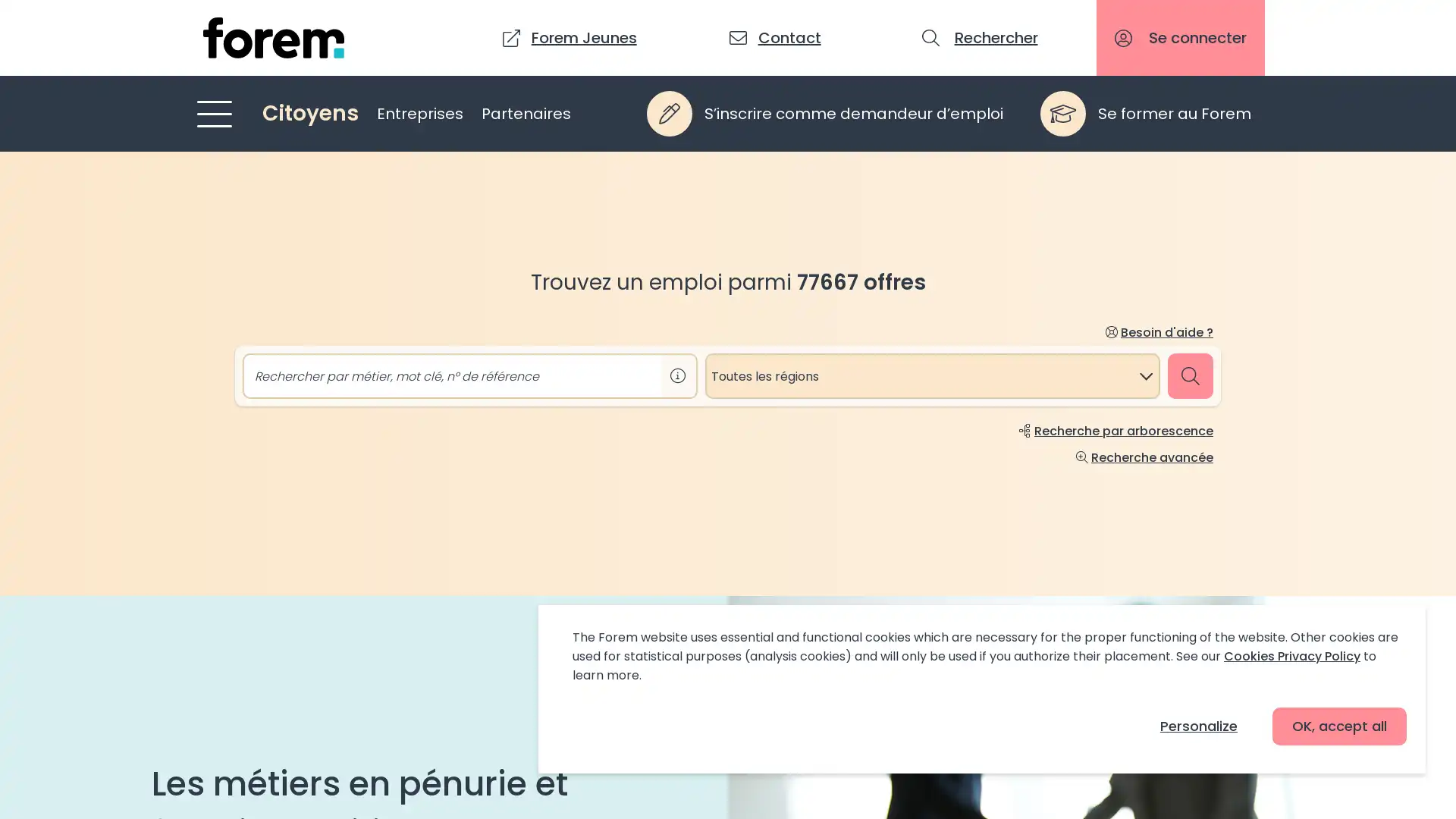  I want to click on Personalize, so click(1197, 725).